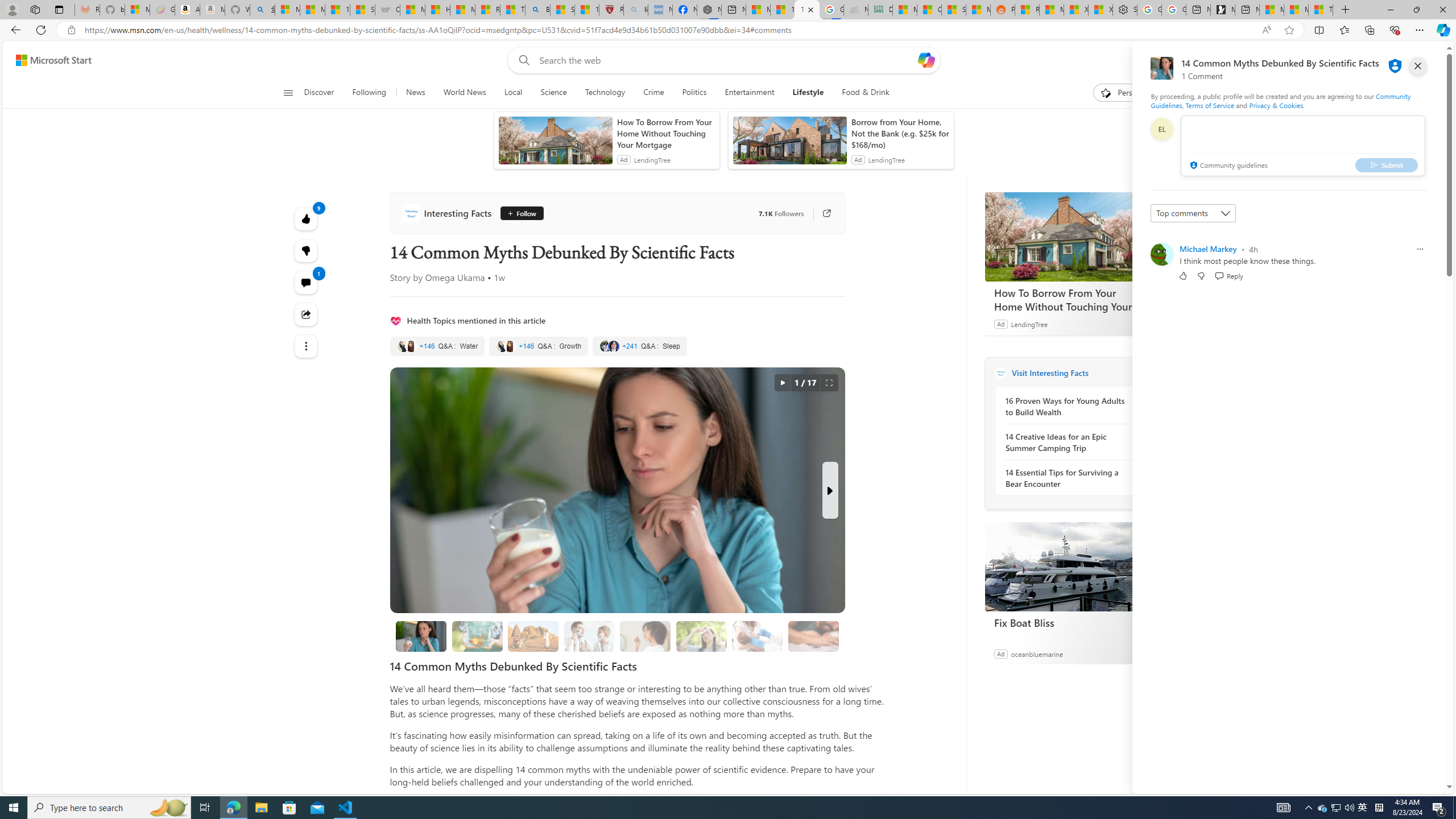 Image resolution: width=1456 pixels, height=819 pixels. What do you see at coordinates (1182, 275) in the screenshot?
I see `'Like'` at bounding box center [1182, 275].